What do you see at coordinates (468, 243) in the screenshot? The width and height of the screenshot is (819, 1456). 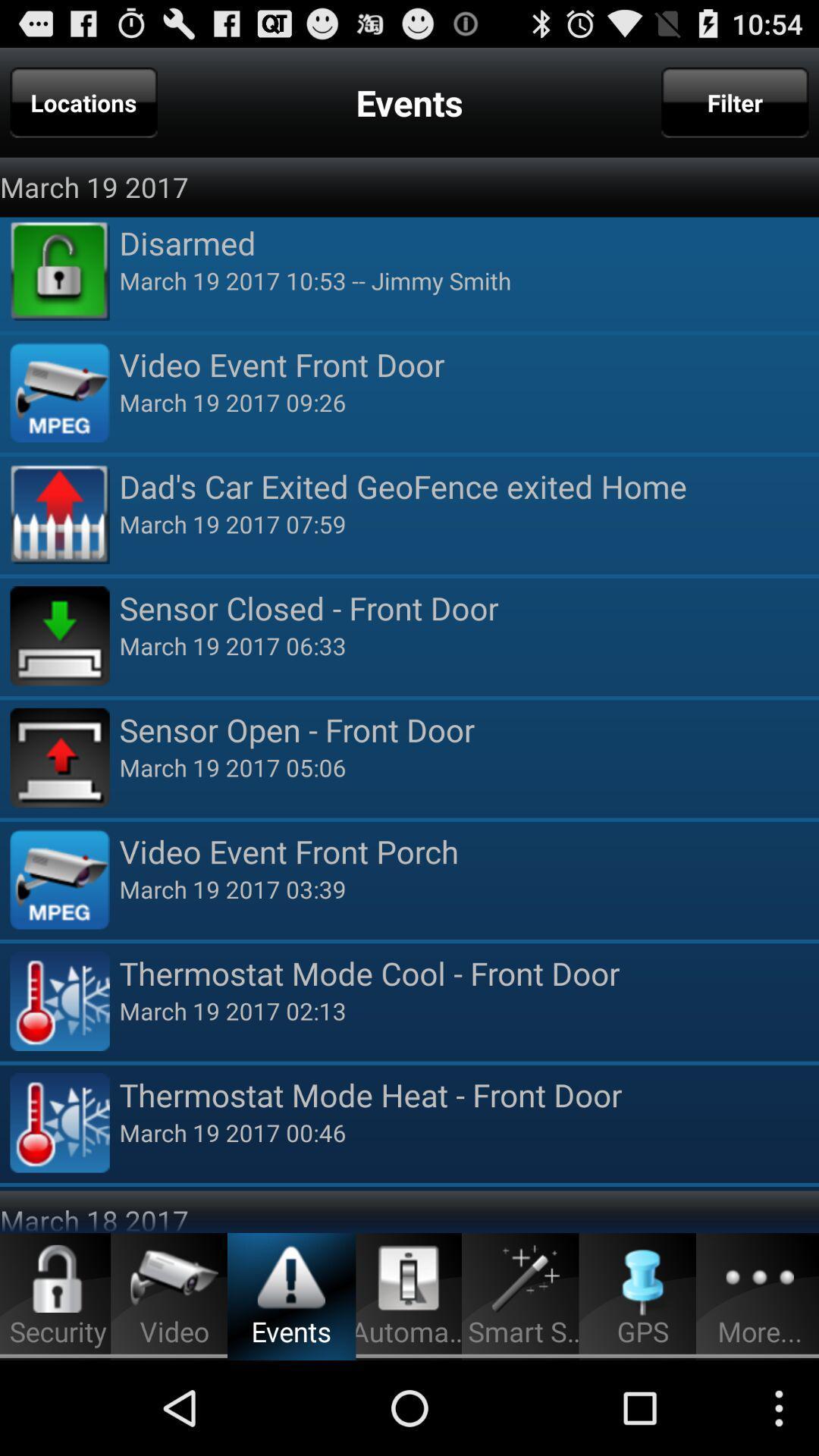 I see `the disarmed app` at bounding box center [468, 243].